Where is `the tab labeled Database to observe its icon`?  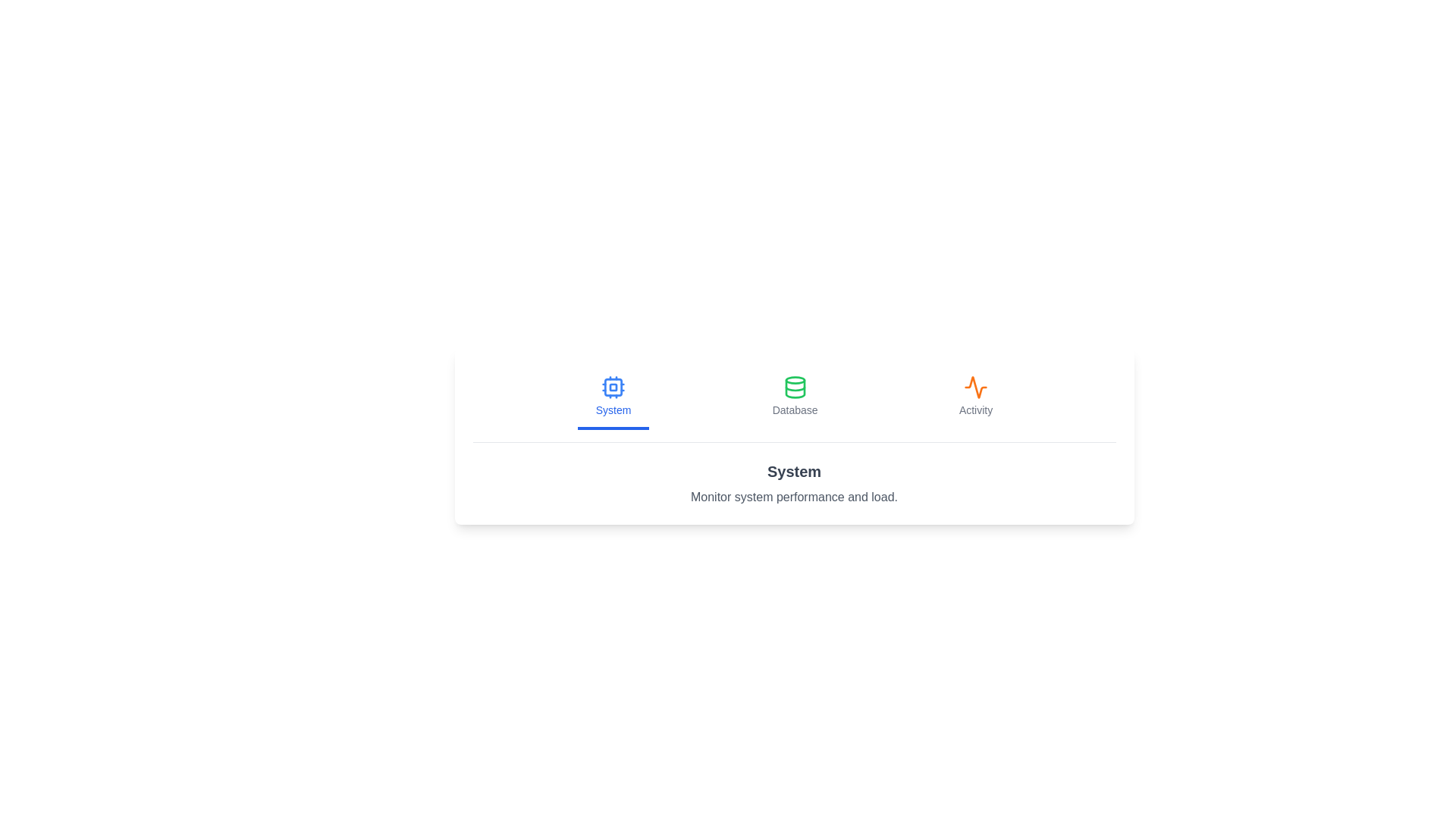
the tab labeled Database to observe its icon is located at coordinates (793, 397).